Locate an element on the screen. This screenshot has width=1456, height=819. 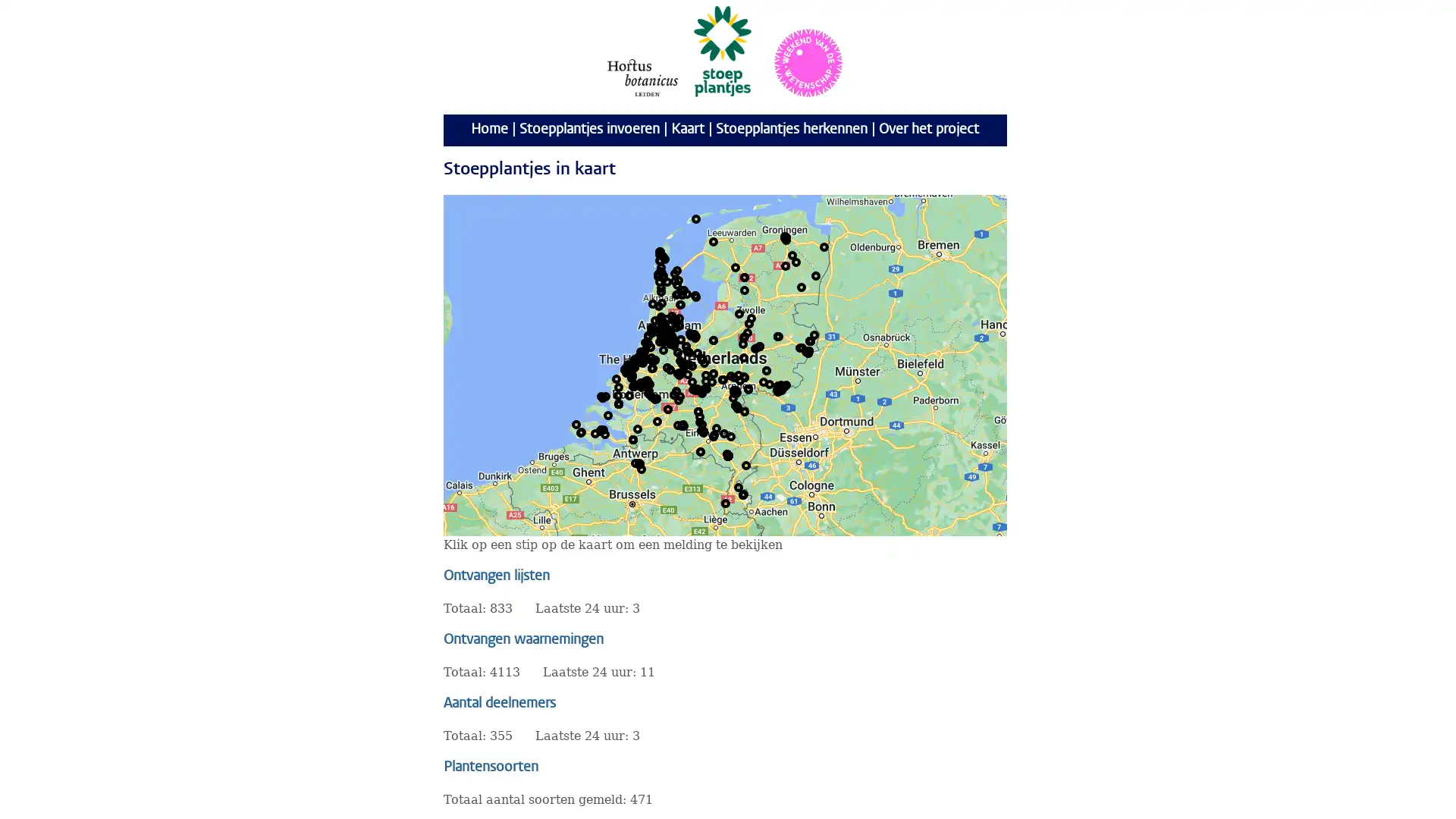
Telling van op 05 februari 2022 is located at coordinates (694, 388).